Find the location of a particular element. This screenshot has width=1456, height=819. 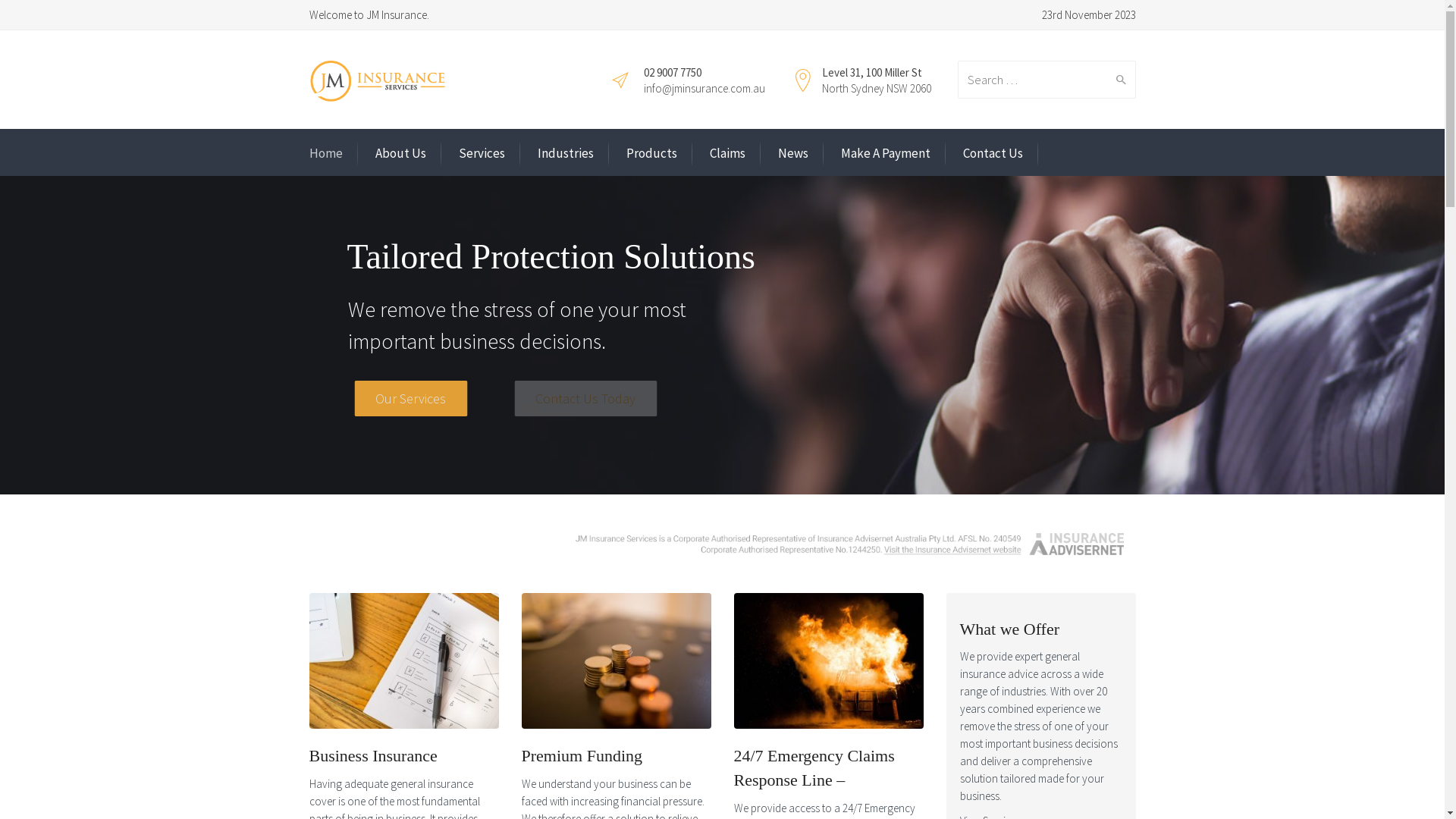

'info@jminsurance.com.au' is located at coordinates (702, 88).